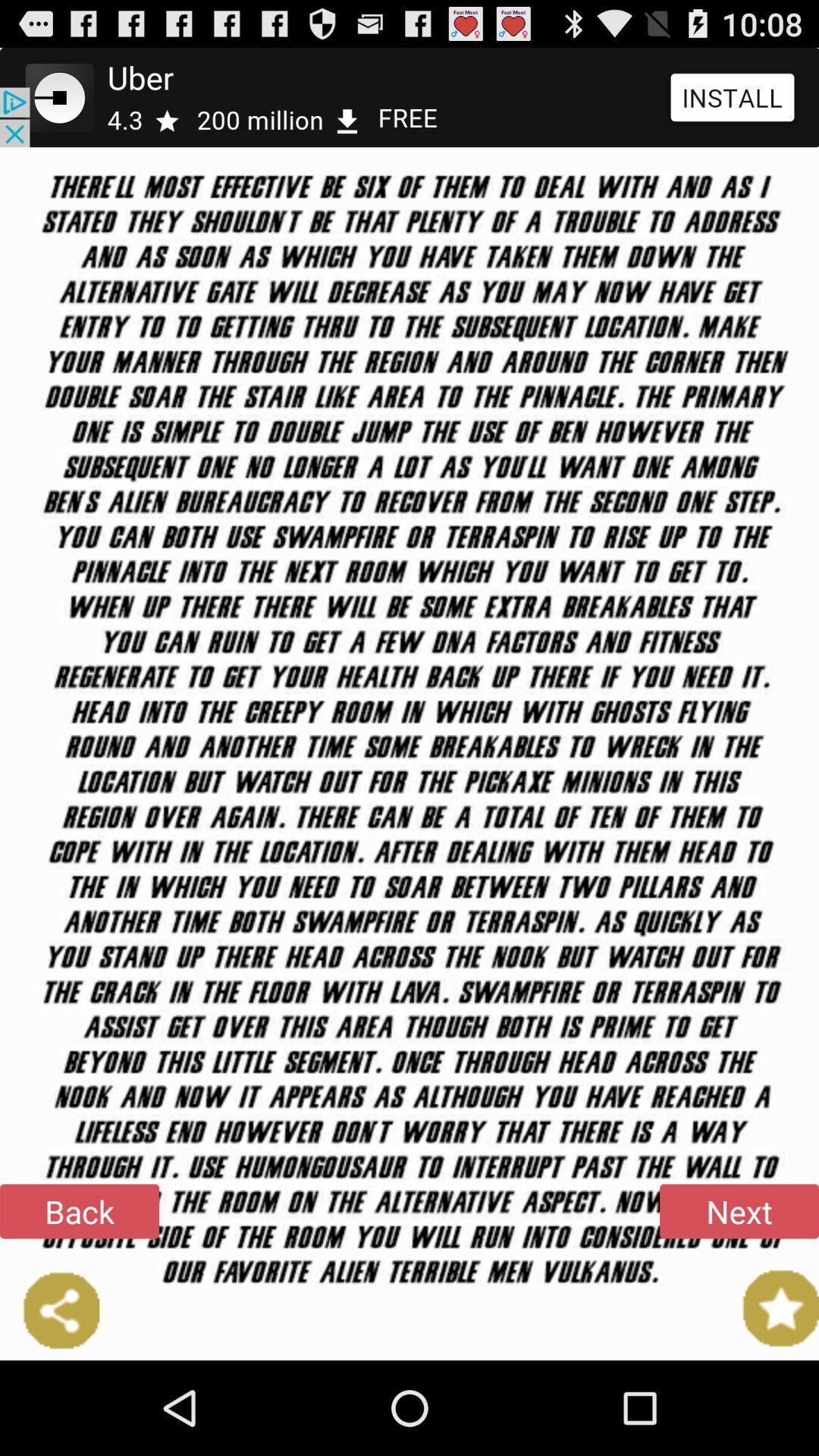  What do you see at coordinates (409, 96) in the screenshot?
I see `button above the back` at bounding box center [409, 96].